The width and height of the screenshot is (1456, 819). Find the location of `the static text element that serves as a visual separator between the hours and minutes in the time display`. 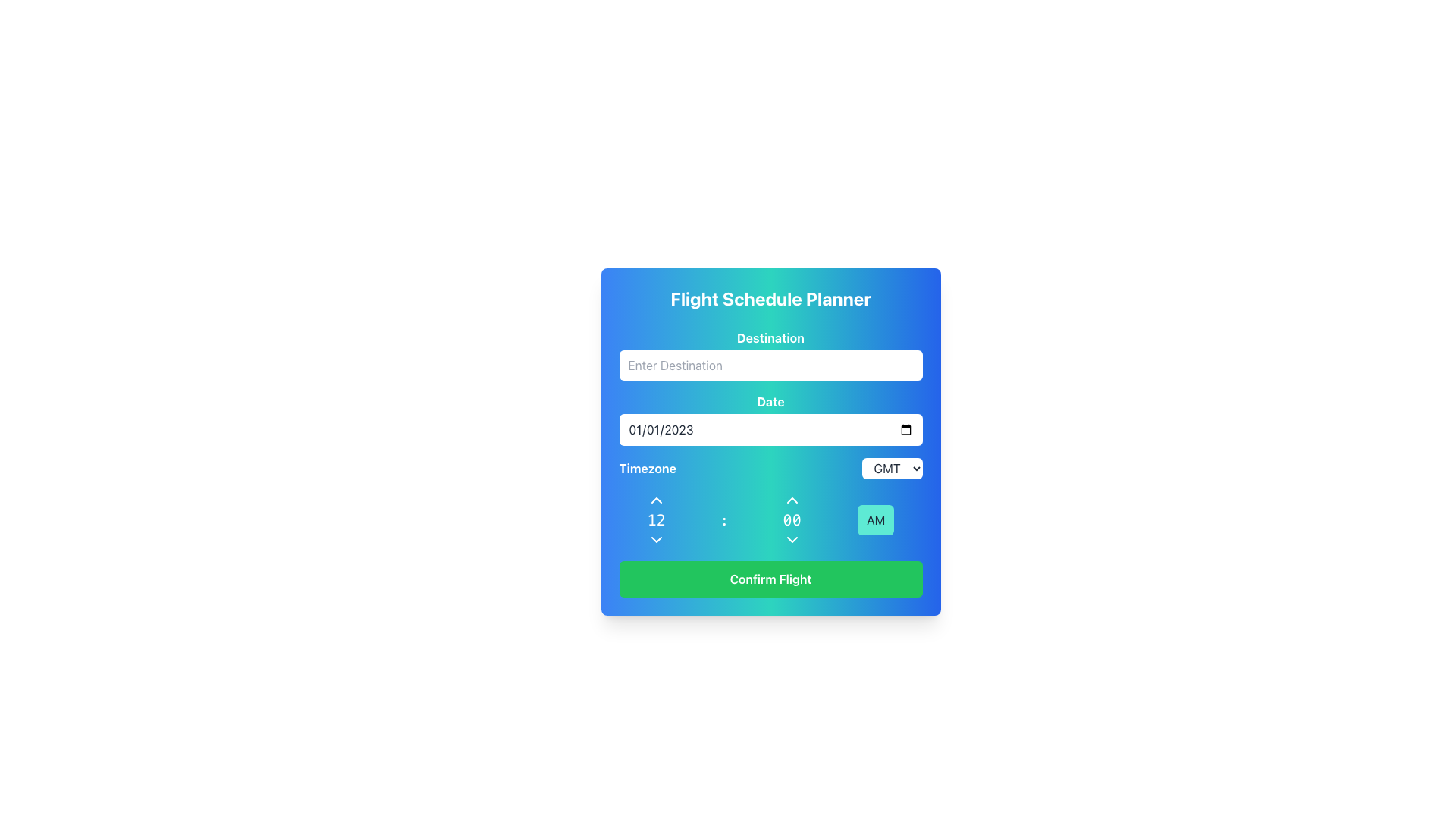

the static text element that serves as a visual separator between the hours and minutes in the time display is located at coordinates (723, 519).